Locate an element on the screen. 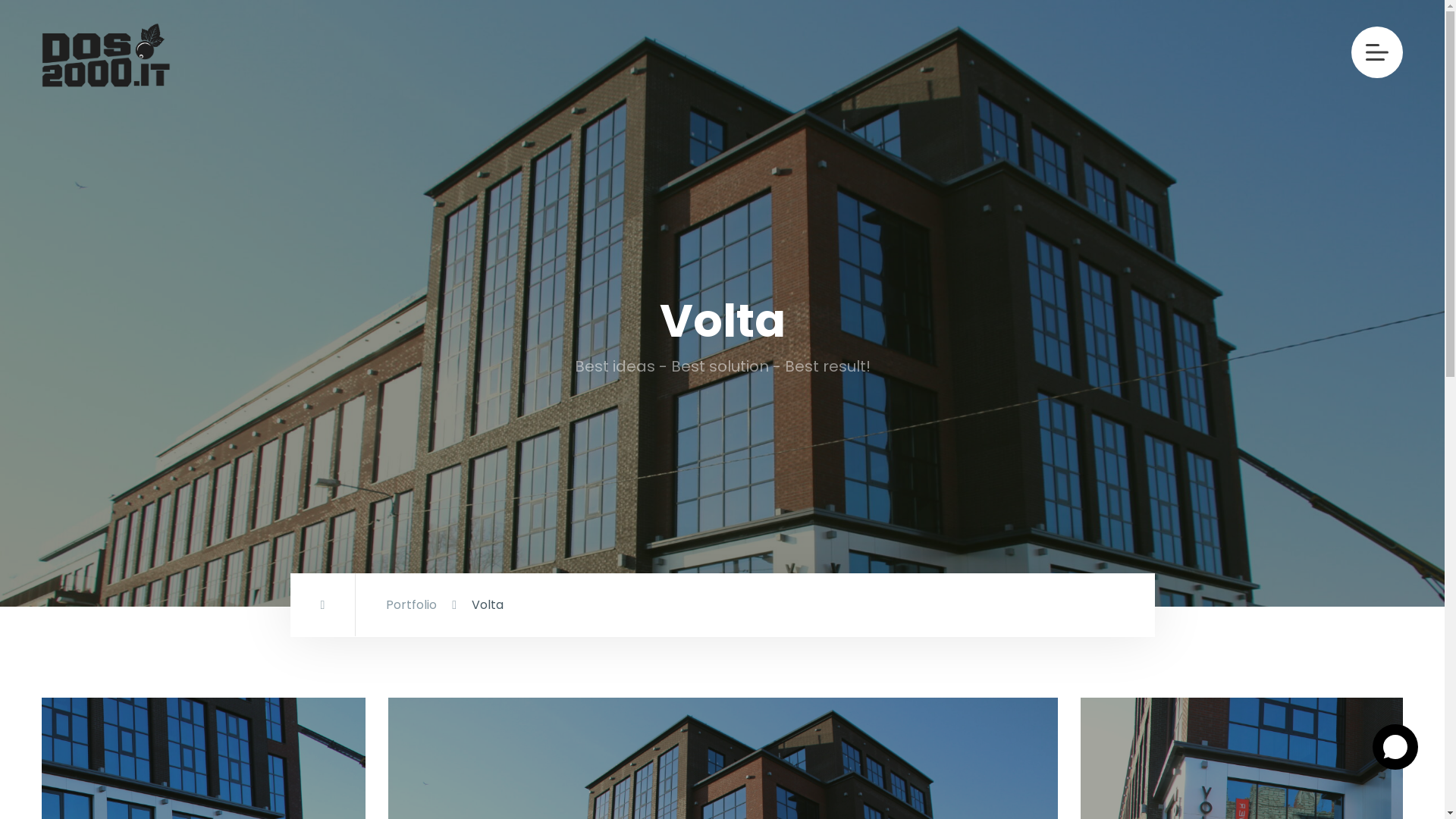 The width and height of the screenshot is (1456, 819). 'Portfolio' is located at coordinates (385, 604).